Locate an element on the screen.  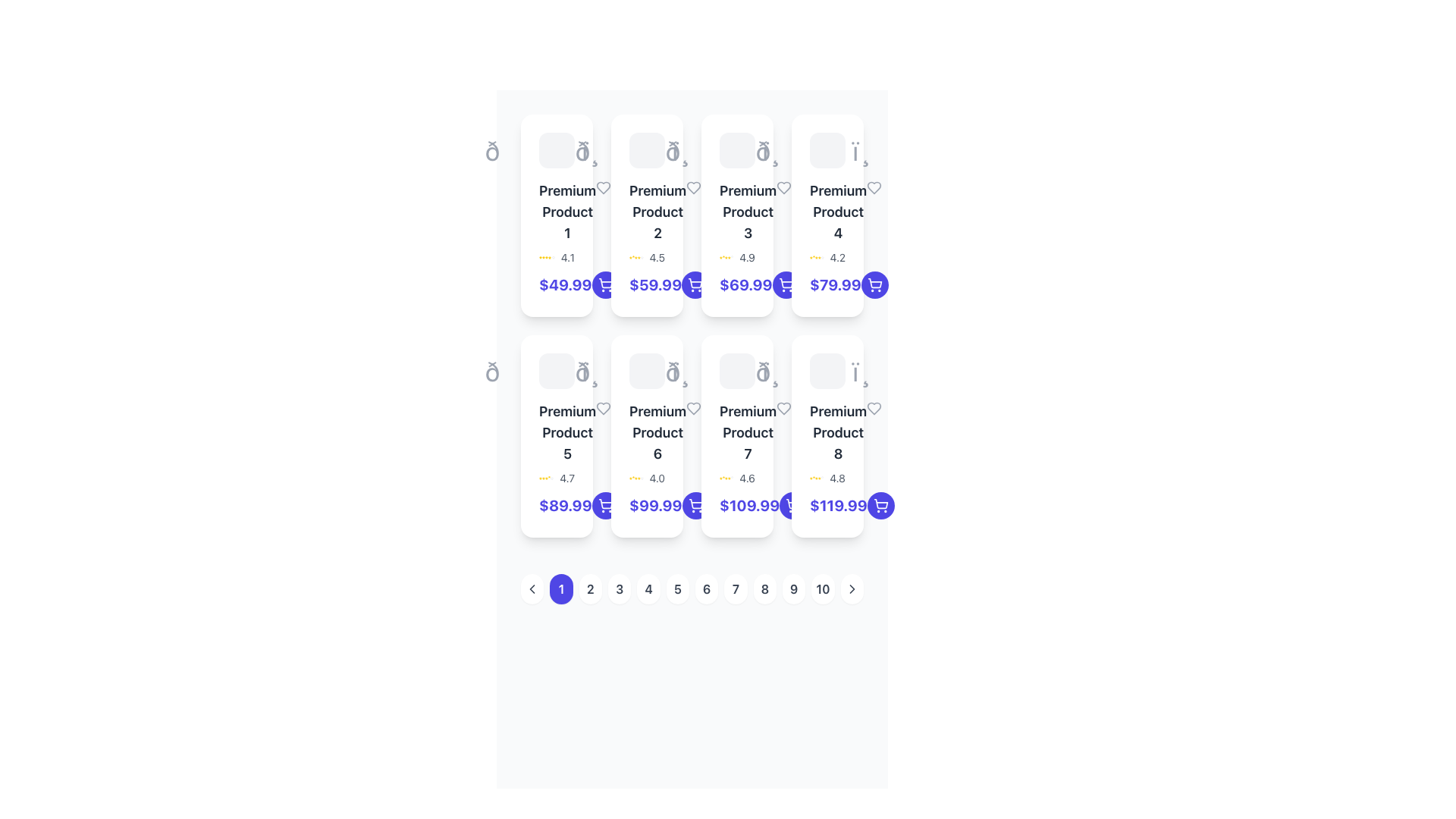
the shopping cart button located at the bottom-right corner of the 'Premium Product 3' card is located at coordinates (786, 284).